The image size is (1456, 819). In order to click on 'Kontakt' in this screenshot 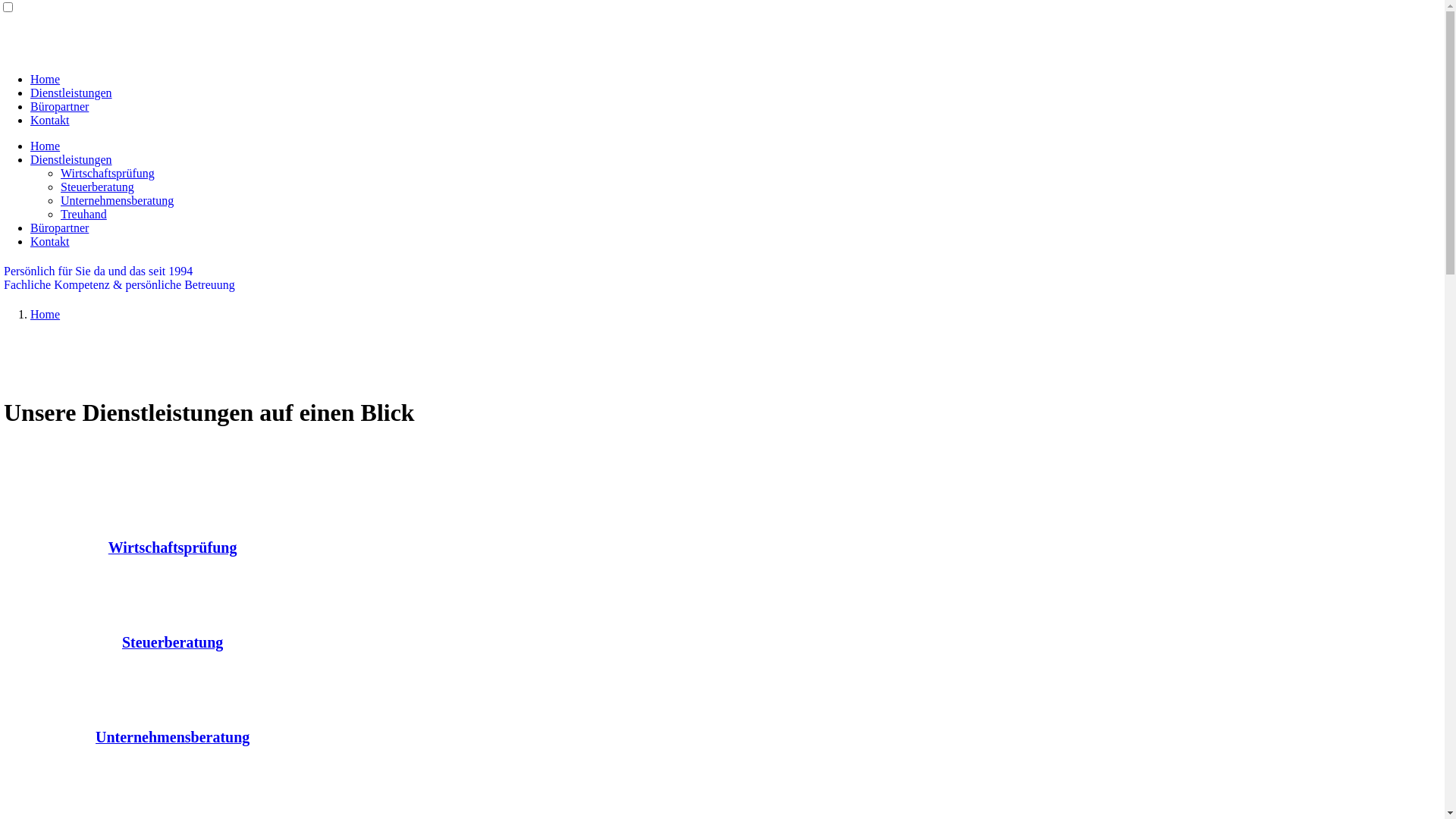, I will do `click(50, 119)`.